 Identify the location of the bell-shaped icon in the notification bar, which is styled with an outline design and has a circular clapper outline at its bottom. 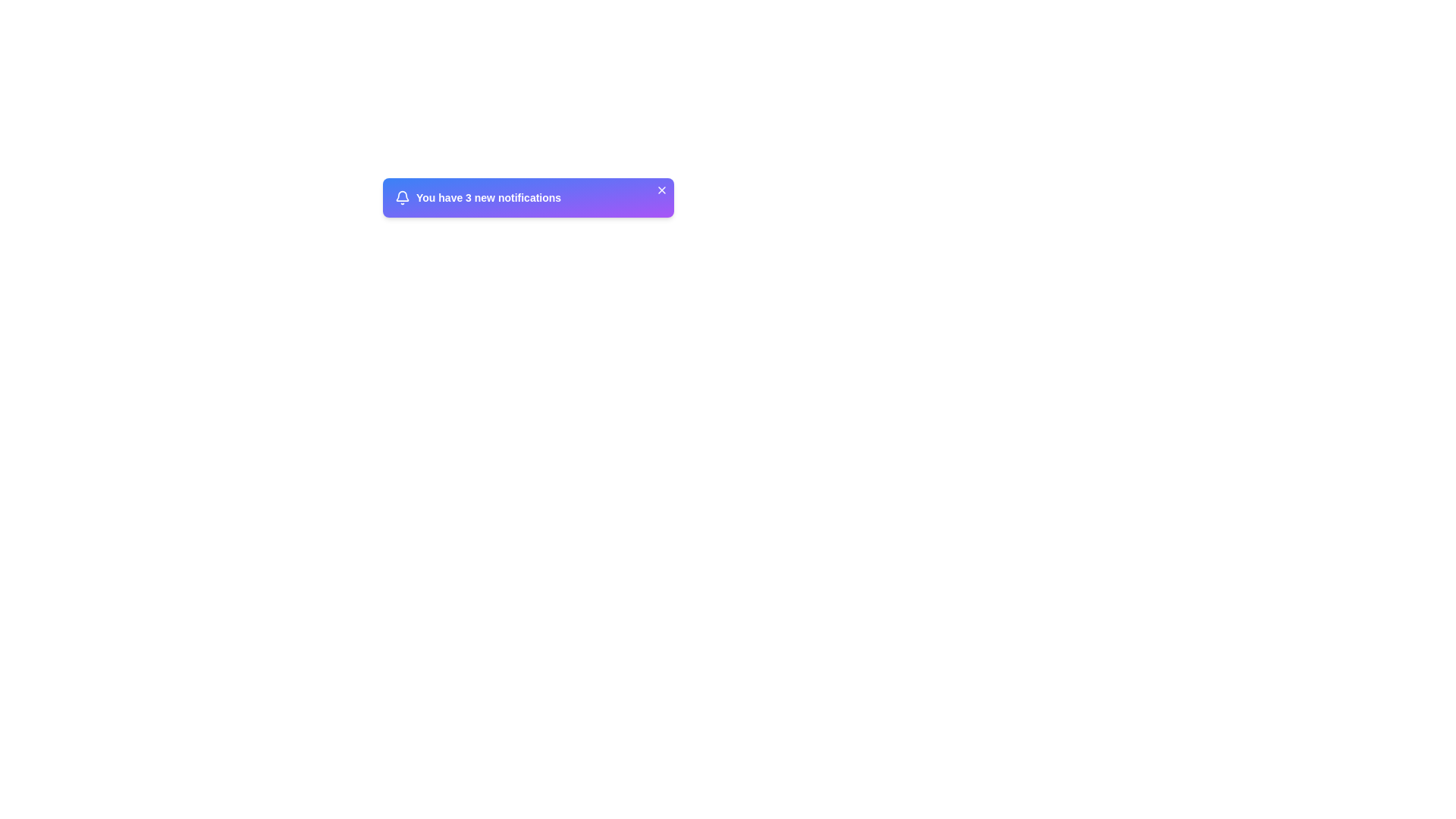
(403, 197).